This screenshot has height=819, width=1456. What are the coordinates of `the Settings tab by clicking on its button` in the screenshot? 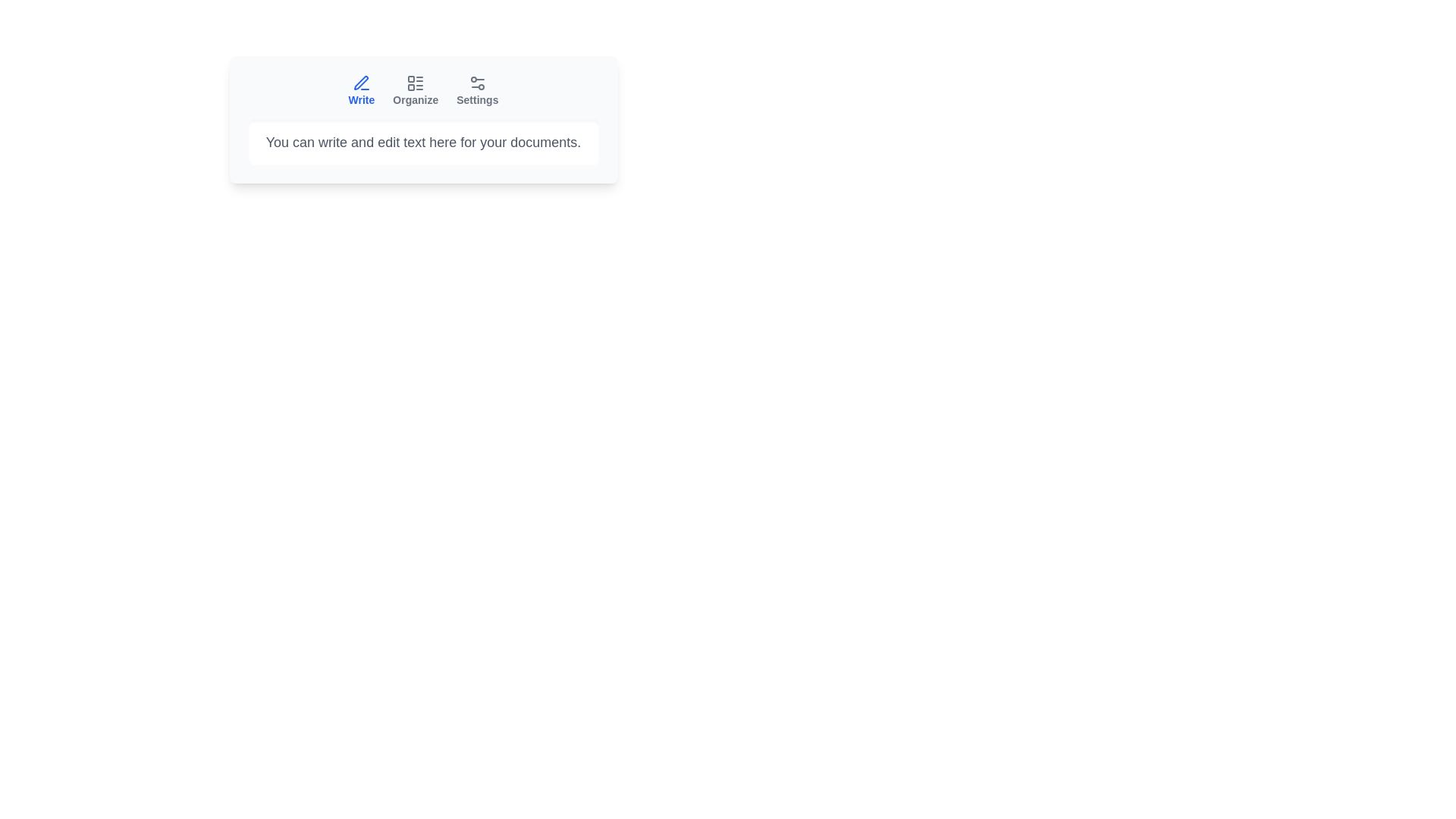 It's located at (476, 90).